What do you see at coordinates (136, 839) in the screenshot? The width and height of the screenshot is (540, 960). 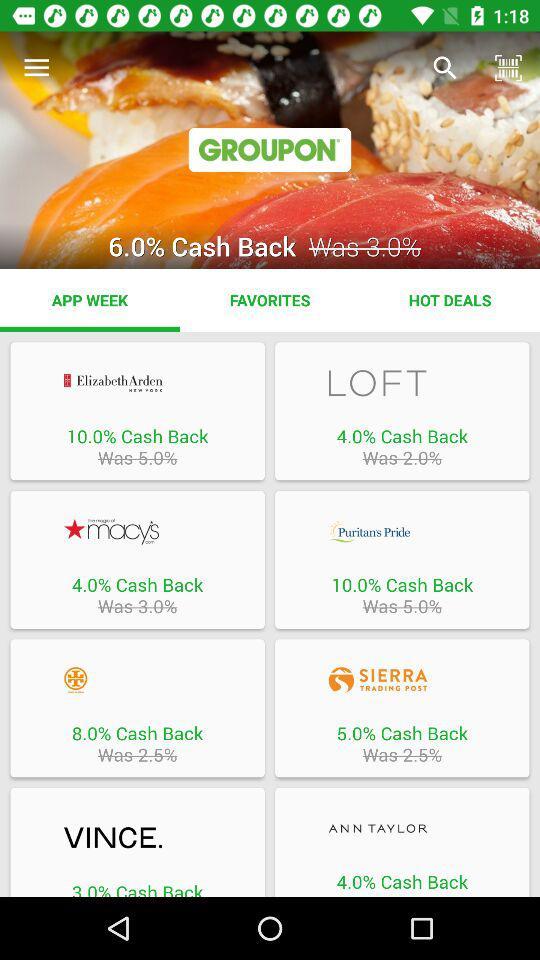 I see `click vince option` at bounding box center [136, 839].